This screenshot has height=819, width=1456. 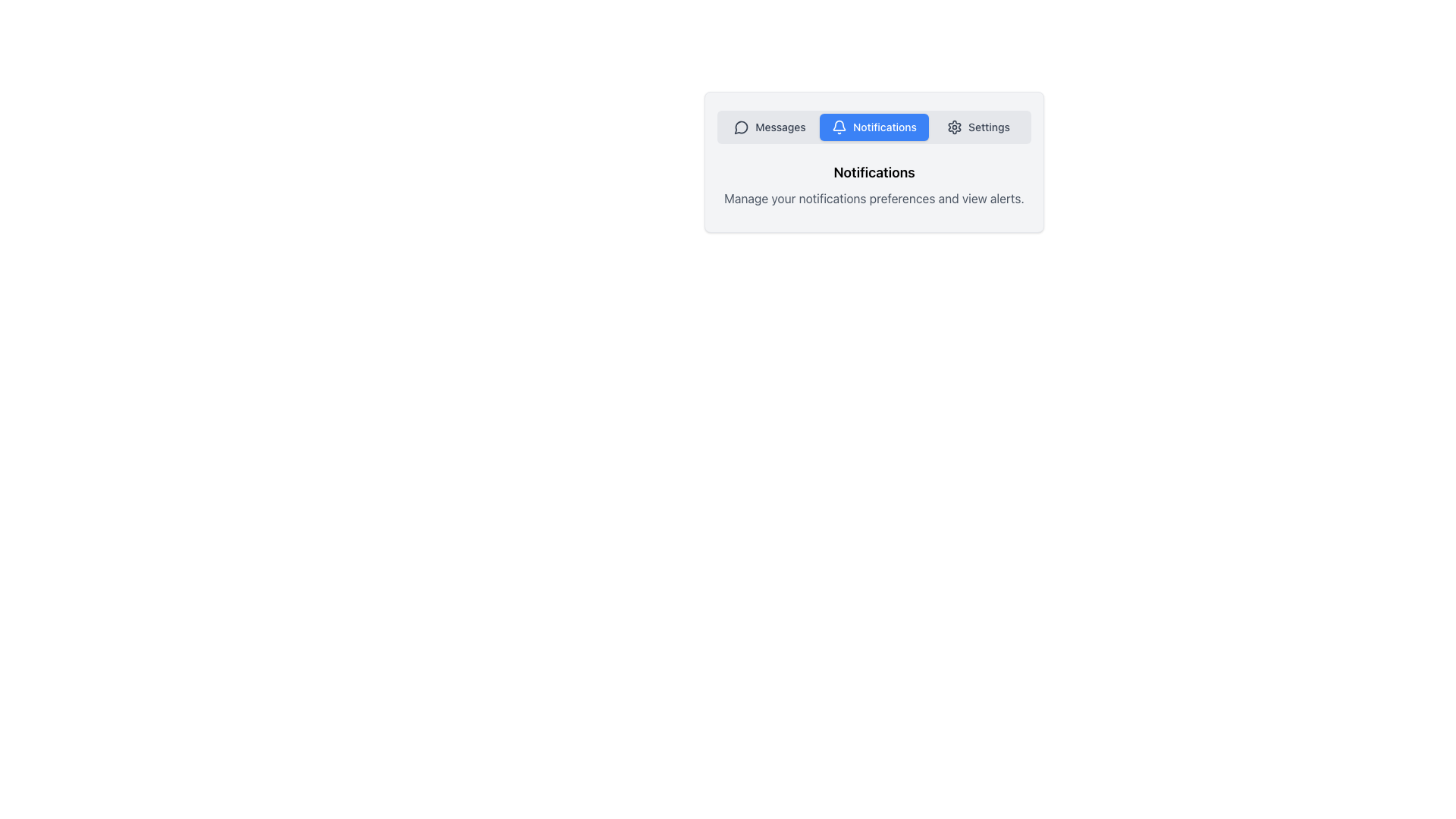 I want to click on the central Text label that serves as the header for the notifications section, so click(x=874, y=171).